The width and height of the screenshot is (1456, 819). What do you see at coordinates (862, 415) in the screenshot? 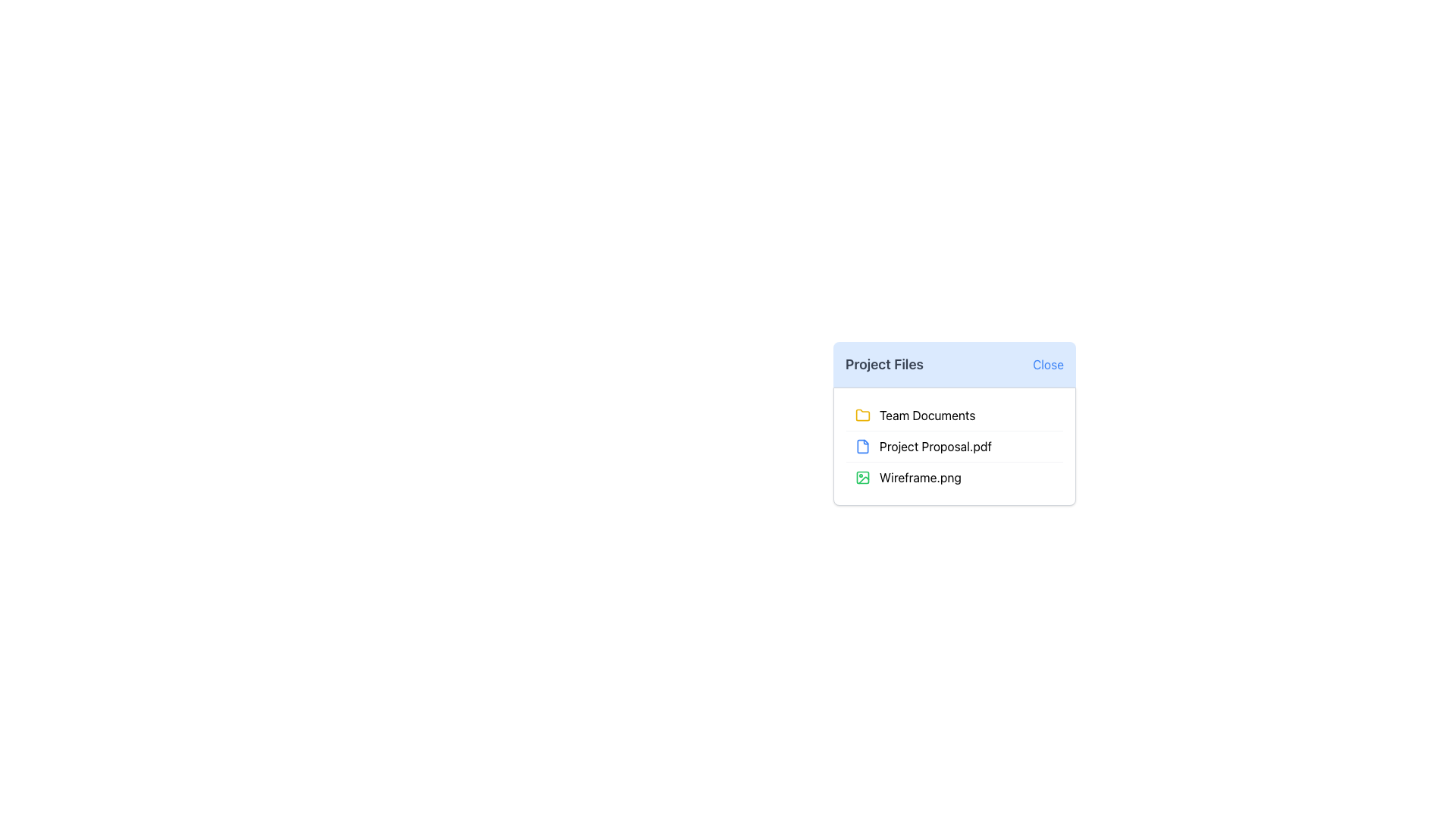
I see `the folder icon styled as a golden yellow folder, which is the first element in the list labeled 'Team Documents' located within the 'Project Files' panel` at bounding box center [862, 415].